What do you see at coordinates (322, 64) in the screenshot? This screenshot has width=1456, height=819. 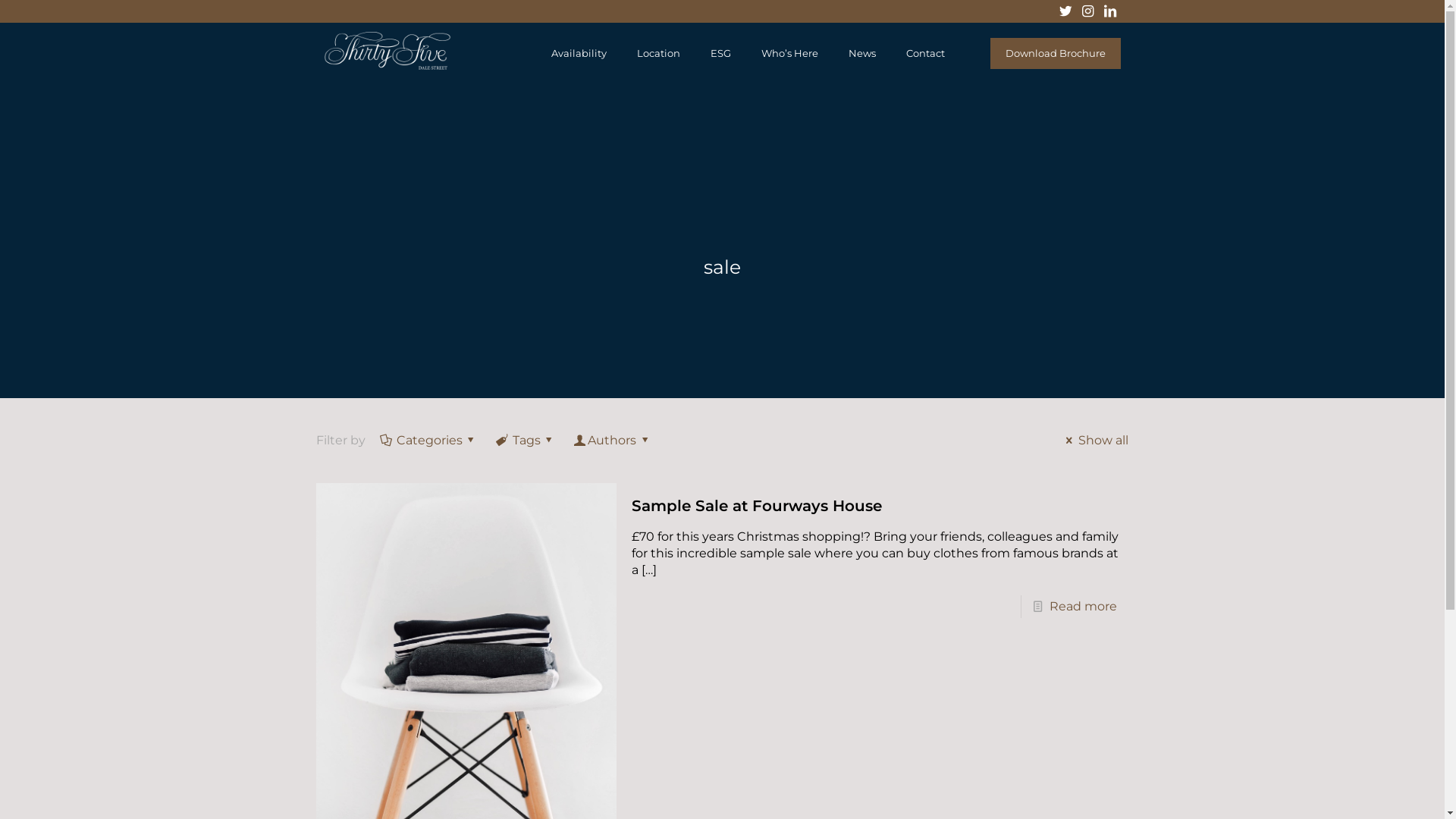 I see `'35 Dale Street'` at bounding box center [322, 64].